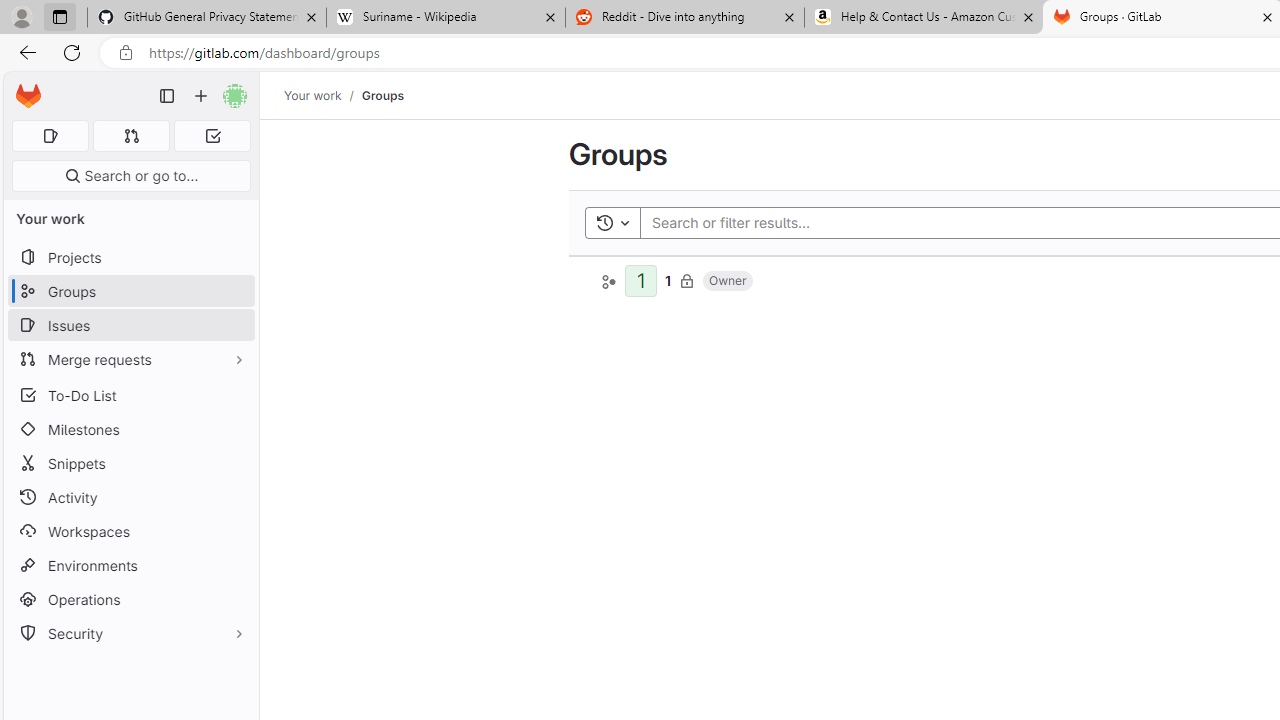 This screenshot has height=720, width=1280. What do you see at coordinates (130, 463) in the screenshot?
I see `'Snippets'` at bounding box center [130, 463].